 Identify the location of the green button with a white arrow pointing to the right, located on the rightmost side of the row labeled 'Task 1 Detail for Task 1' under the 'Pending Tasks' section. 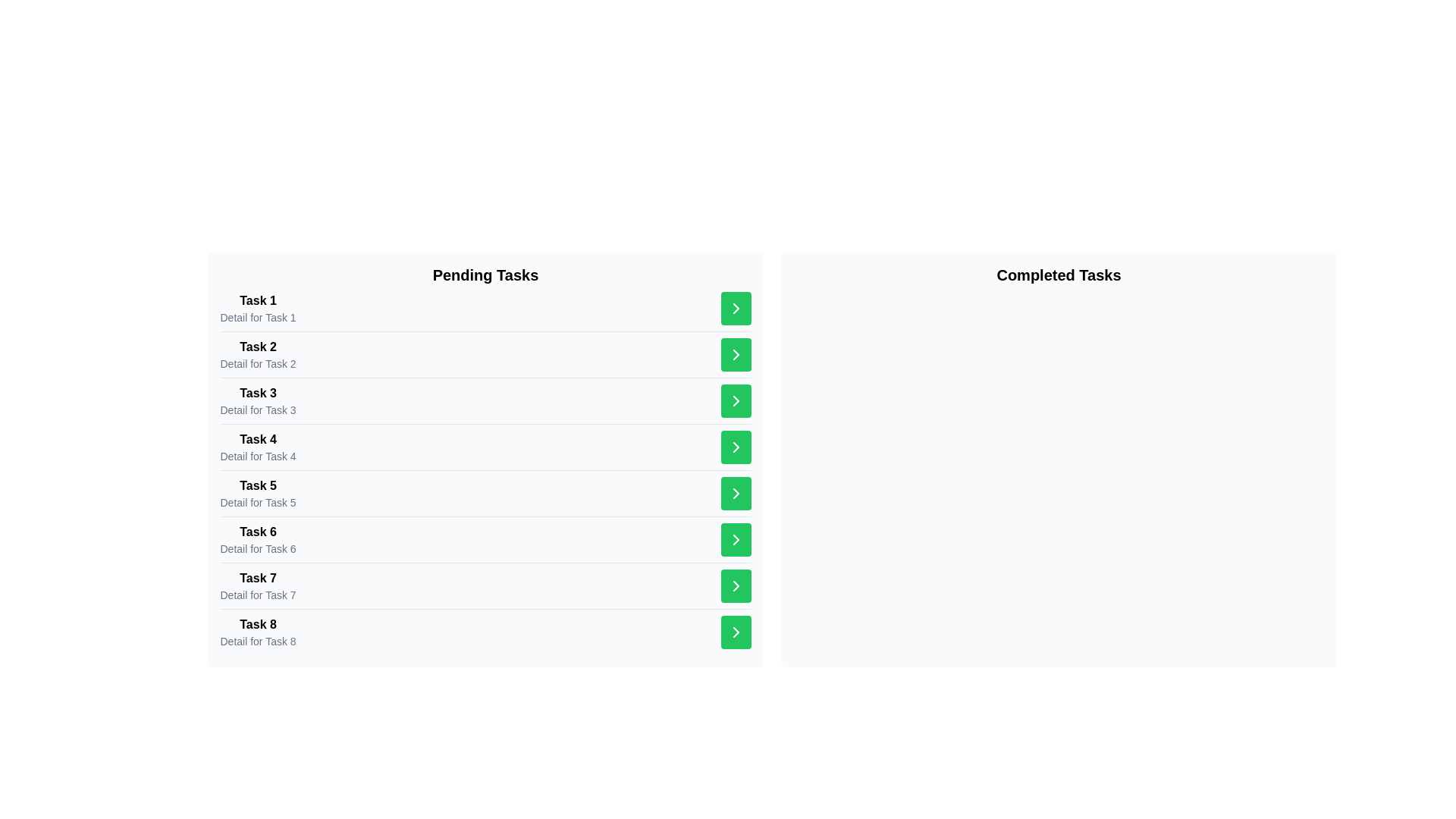
(736, 308).